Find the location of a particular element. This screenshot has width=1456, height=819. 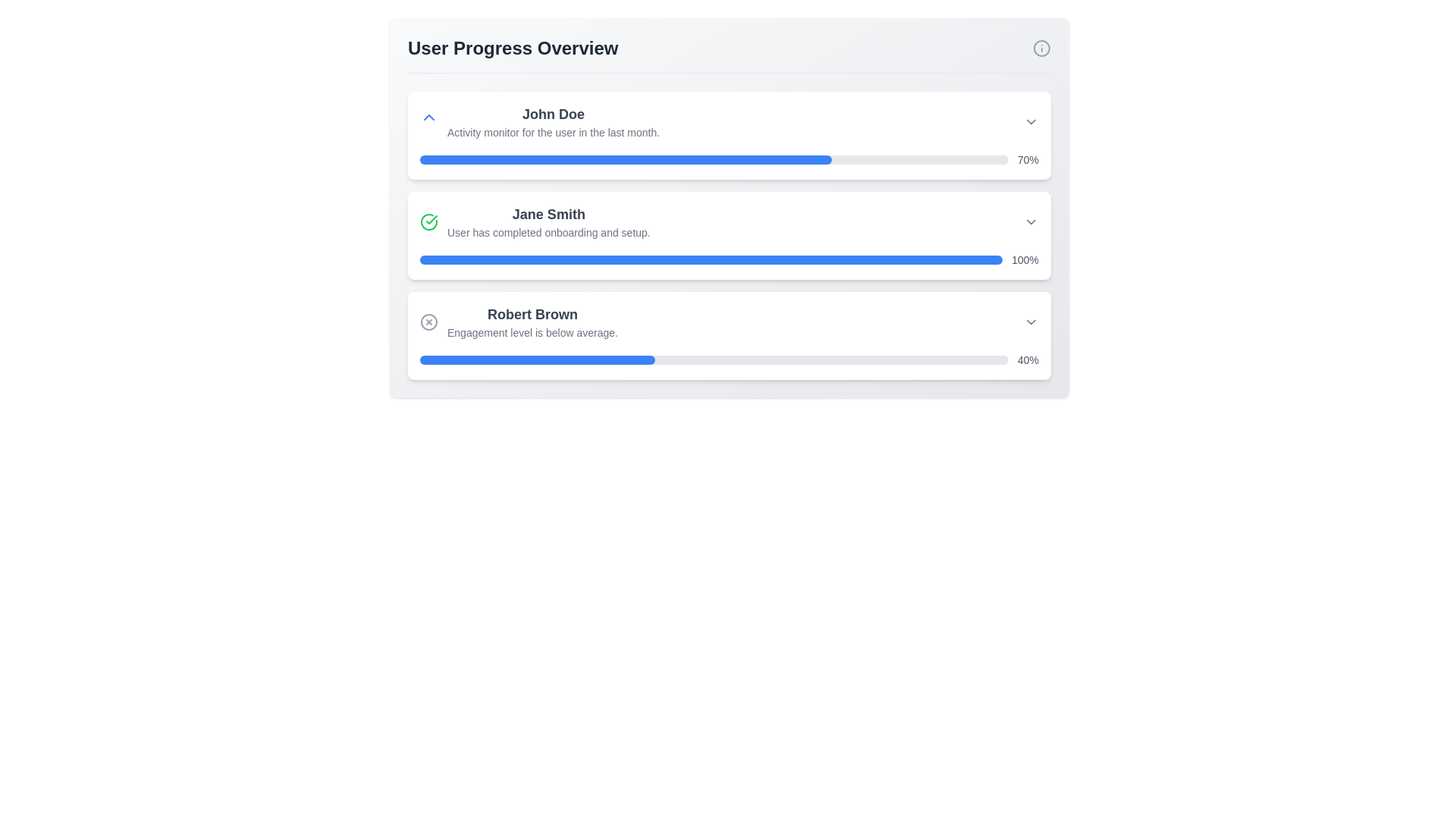

the progress bar that visually represents the user's completion level in the 'Jane Smith' section, which is positioned in the middle of the second user overview row, directly below the user's name and status description is located at coordinates (711, 259).